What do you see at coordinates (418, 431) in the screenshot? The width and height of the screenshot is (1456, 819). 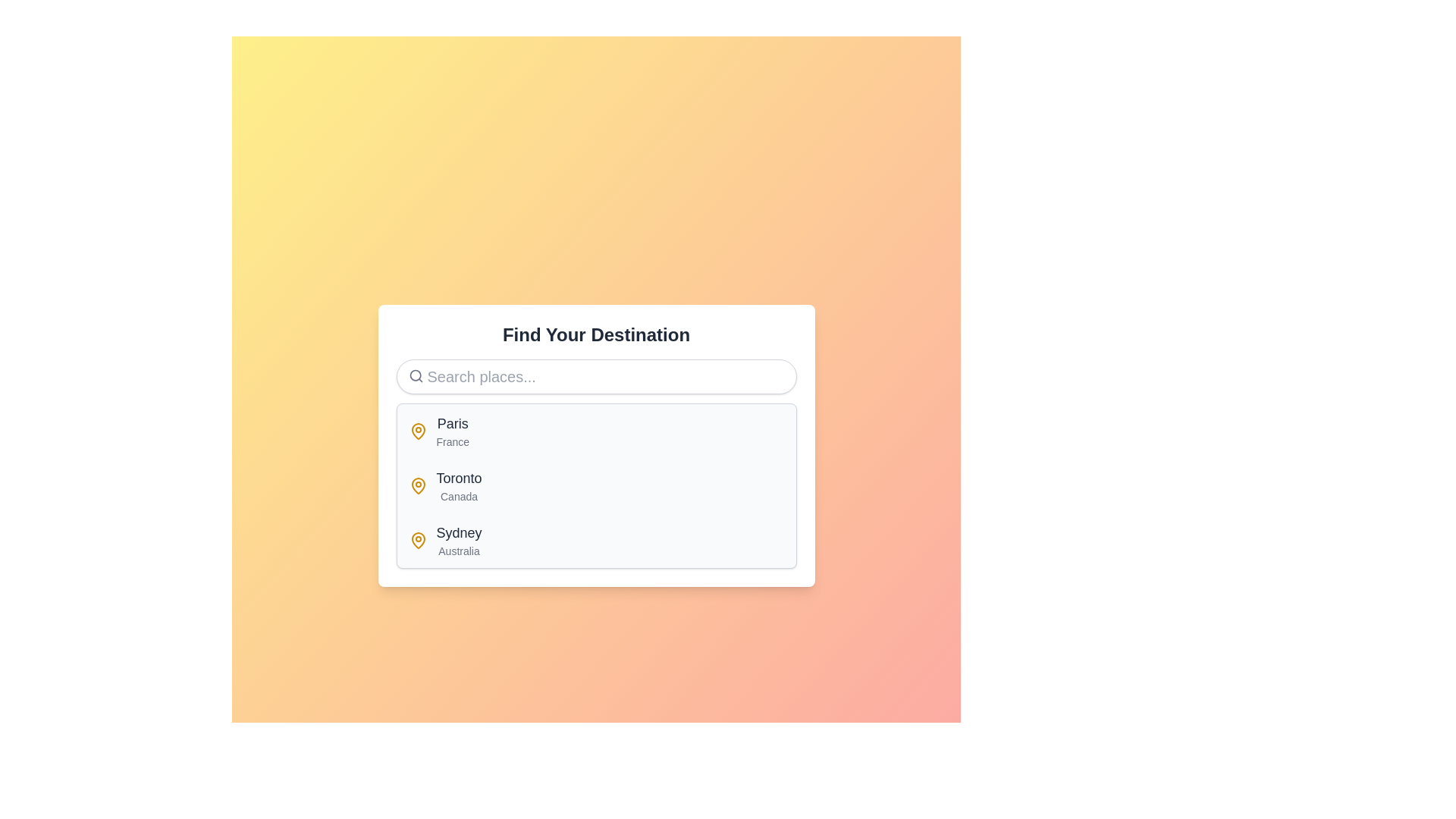 I see `the yellow map pin icon representing Paris, France, which is located in the topmost entry of the list` at bounding box center [418, 431].